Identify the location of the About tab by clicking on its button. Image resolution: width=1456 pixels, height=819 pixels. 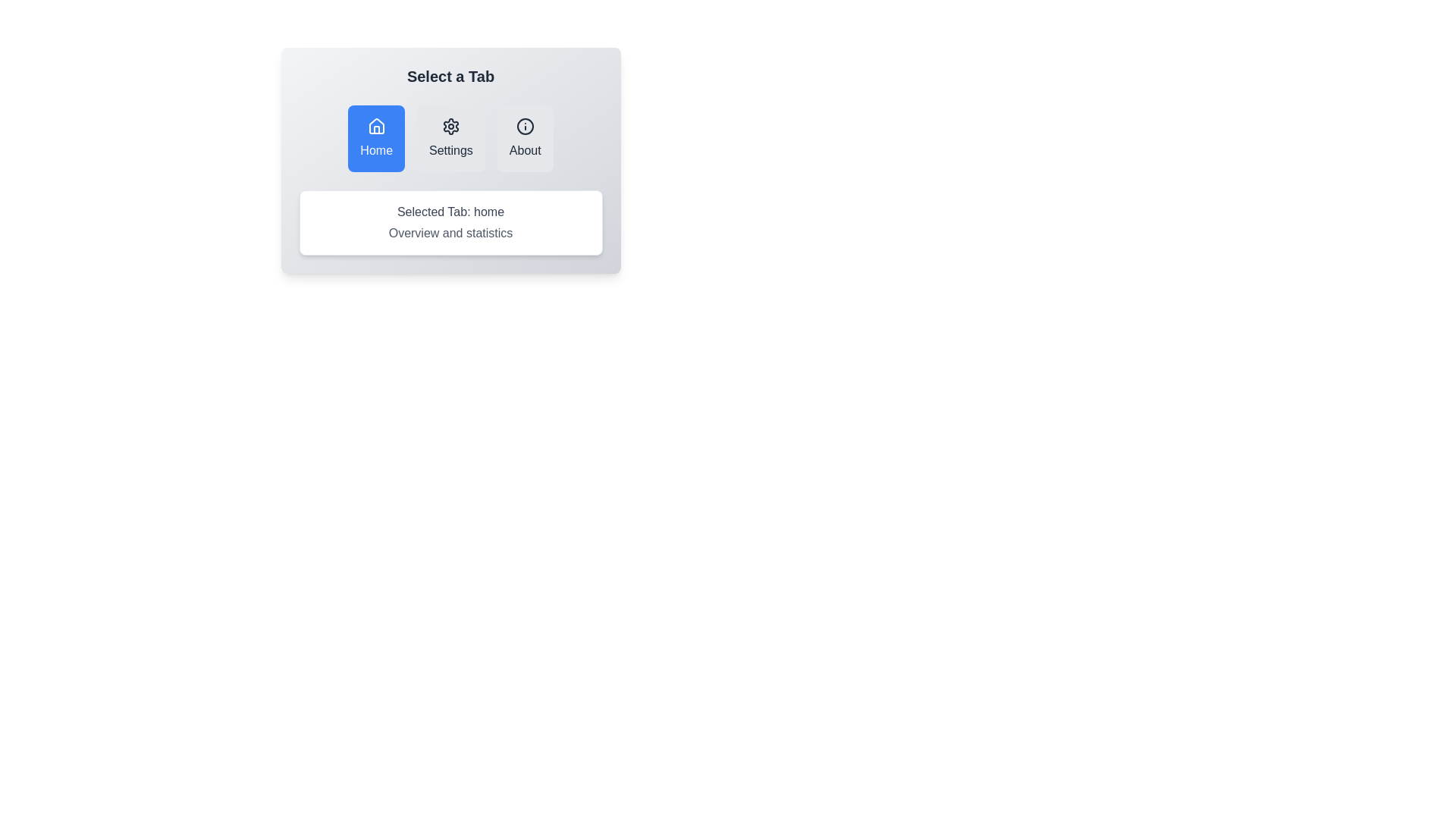
(525, 138).